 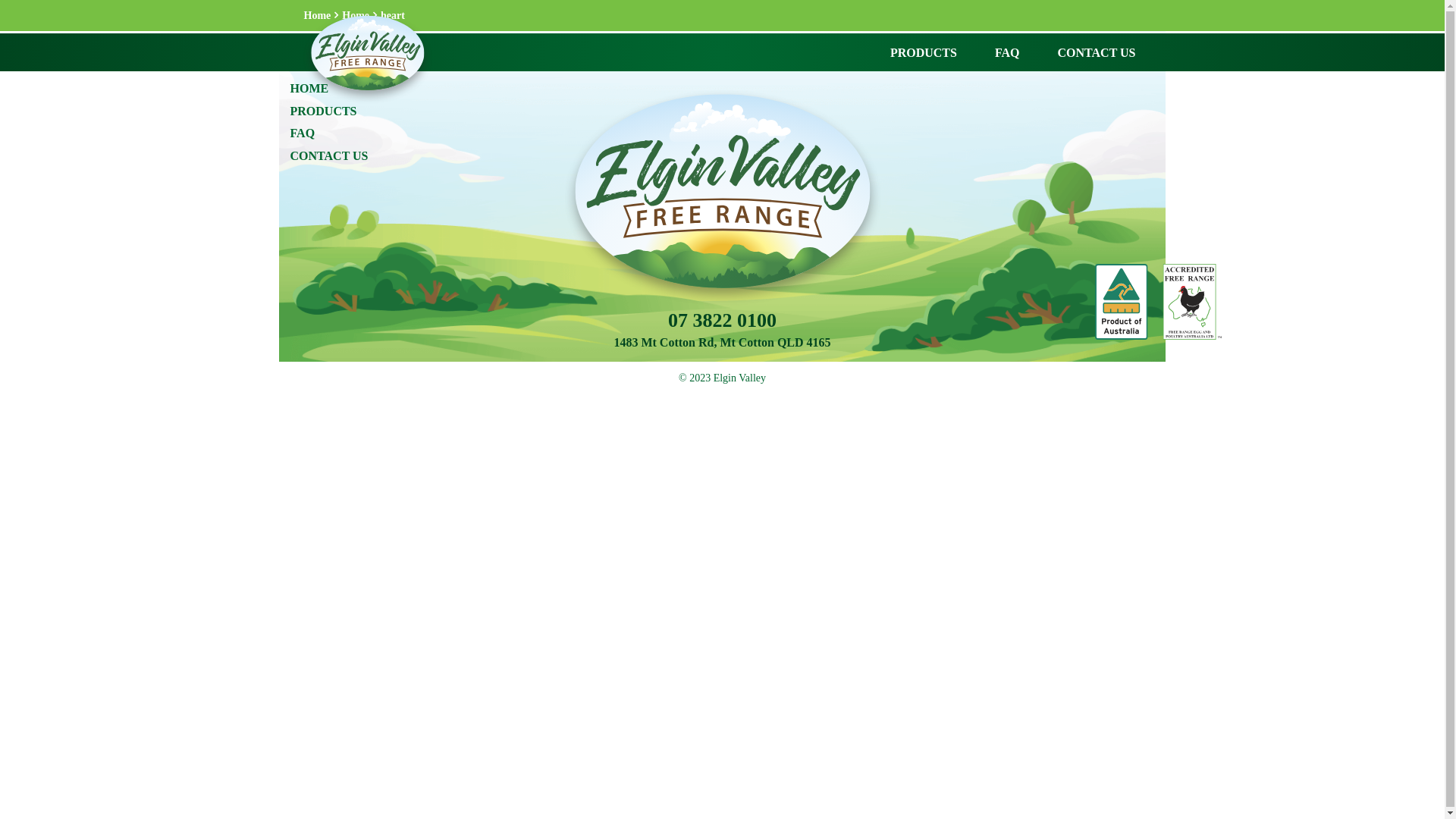 What do you see at coordinates (315, 15) in the screenshot?
I see `'Home'` at bounding box center [315, 15].